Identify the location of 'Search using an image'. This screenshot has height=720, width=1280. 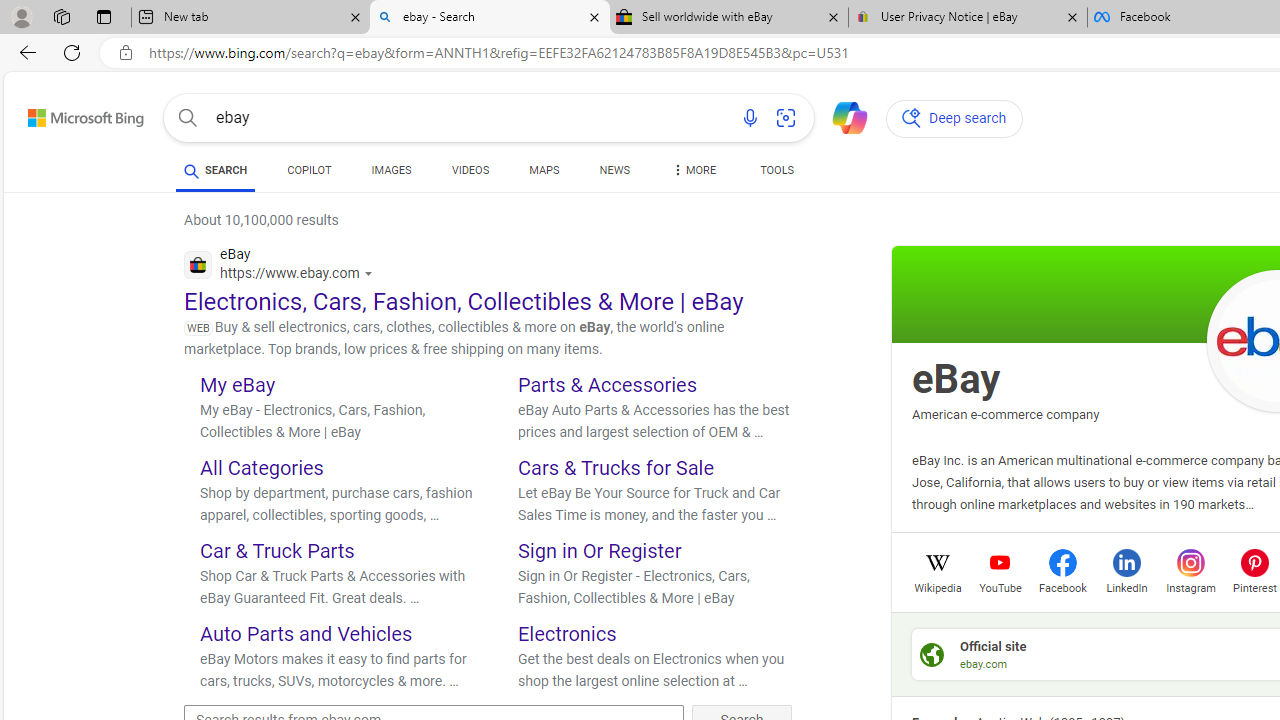
(784, 118).